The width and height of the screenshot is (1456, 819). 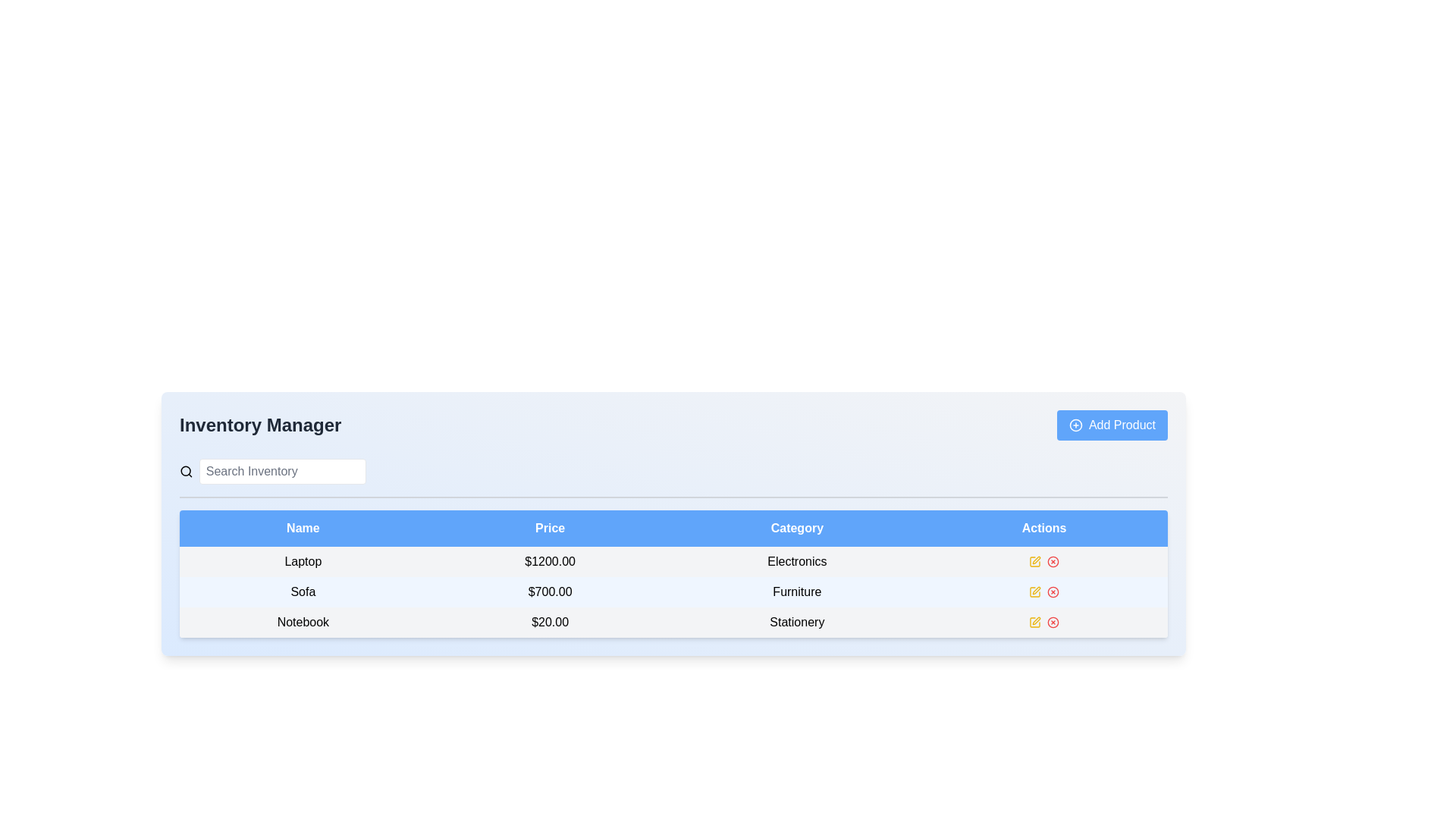 What do you see at coordinates (796, 591) in the screenshot?
I see `text label 'Furniture' located in the 'Category' column of the second row of the table to comprehend the category` at bounding box center [796, 591].